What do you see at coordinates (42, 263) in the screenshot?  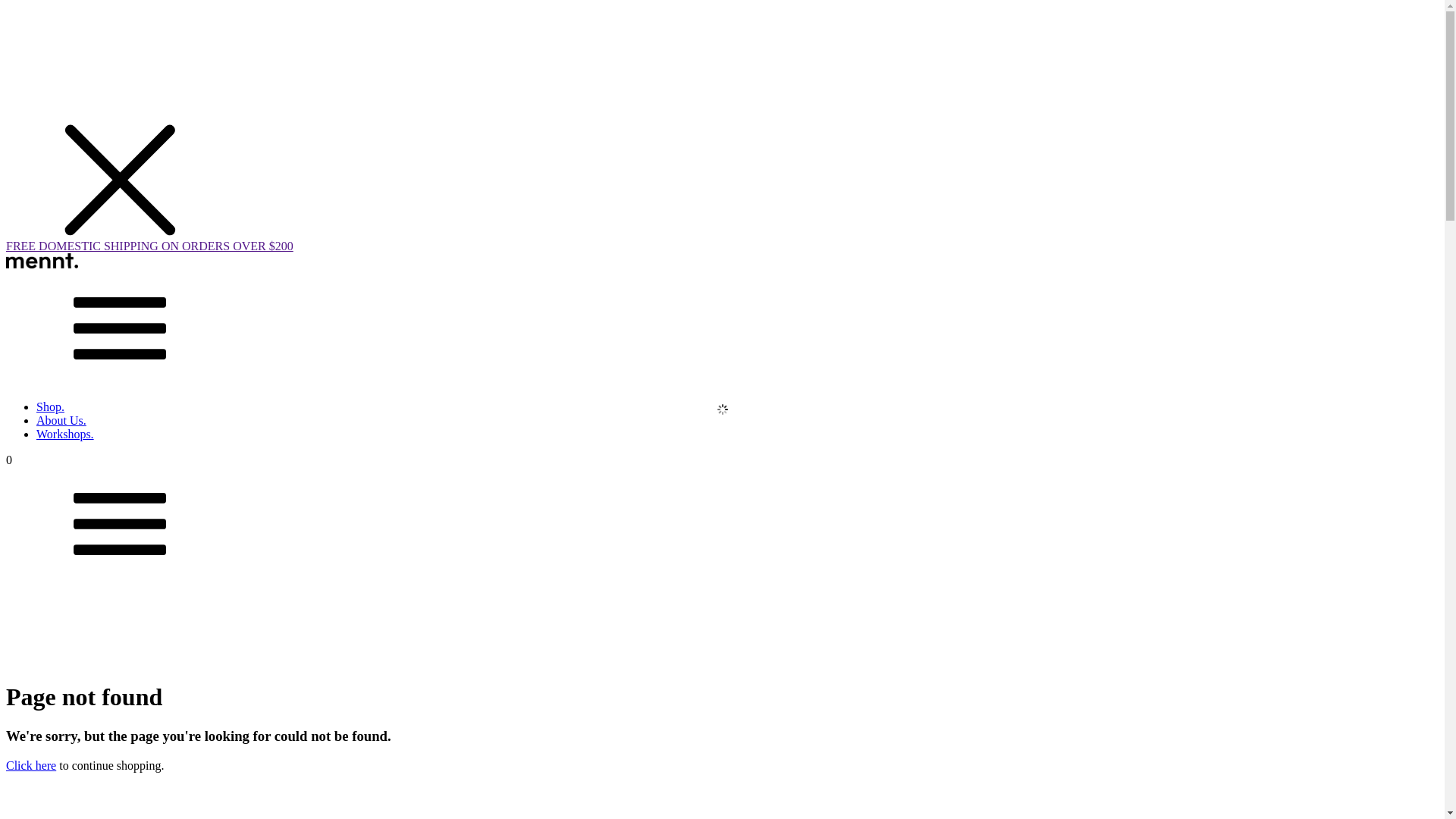 I see `'Mennt'` at bounding box center [42, 263].